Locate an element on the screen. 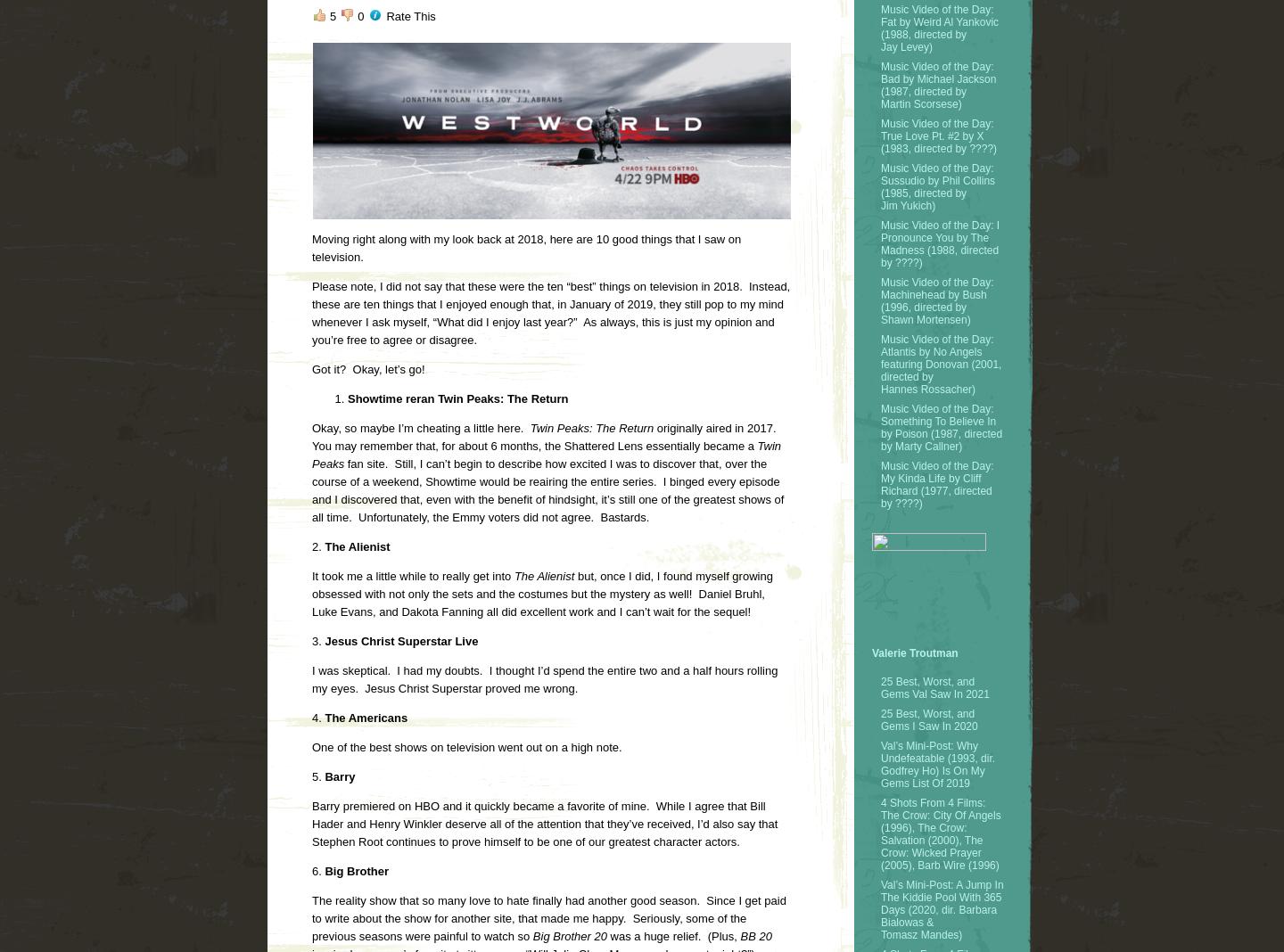 This screenshot has width=1284, height=952. '5.' is located at coordinates (316, 776).